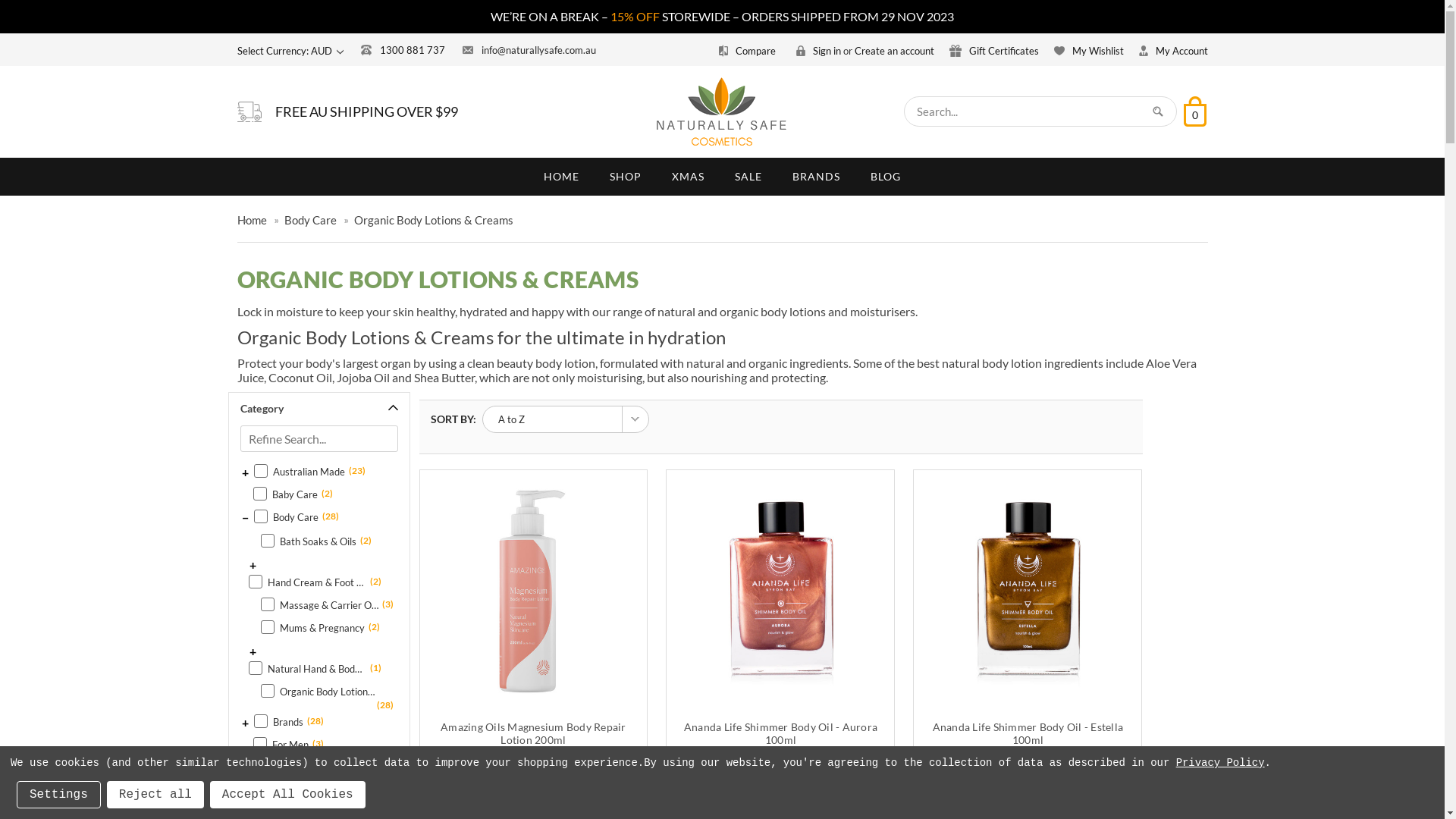  I want to click on 'Search', so click(1156, 110).